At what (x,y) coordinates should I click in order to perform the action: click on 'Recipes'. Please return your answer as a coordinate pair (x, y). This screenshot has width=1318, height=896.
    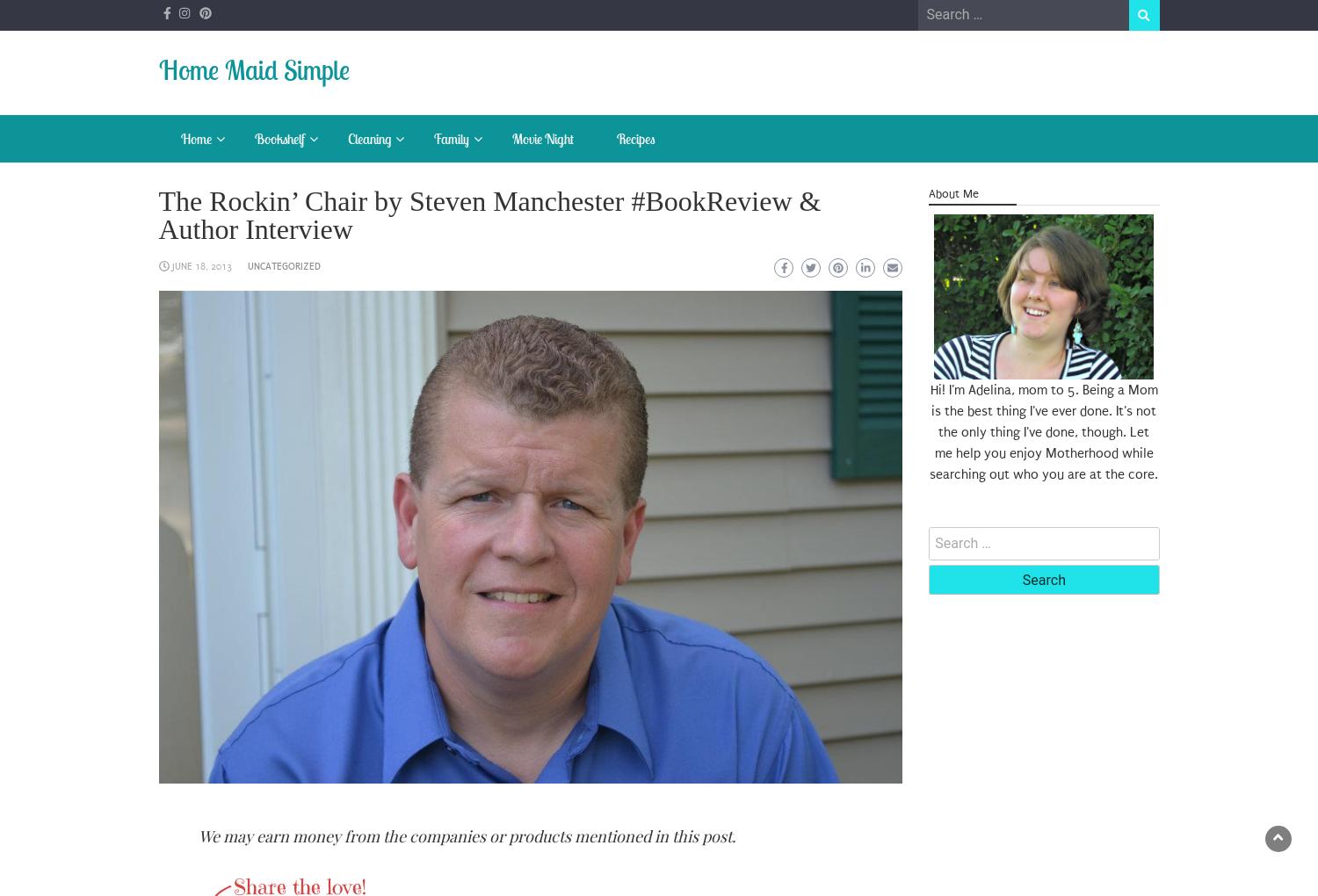
    Looking at the image, I should click on (634, 138).